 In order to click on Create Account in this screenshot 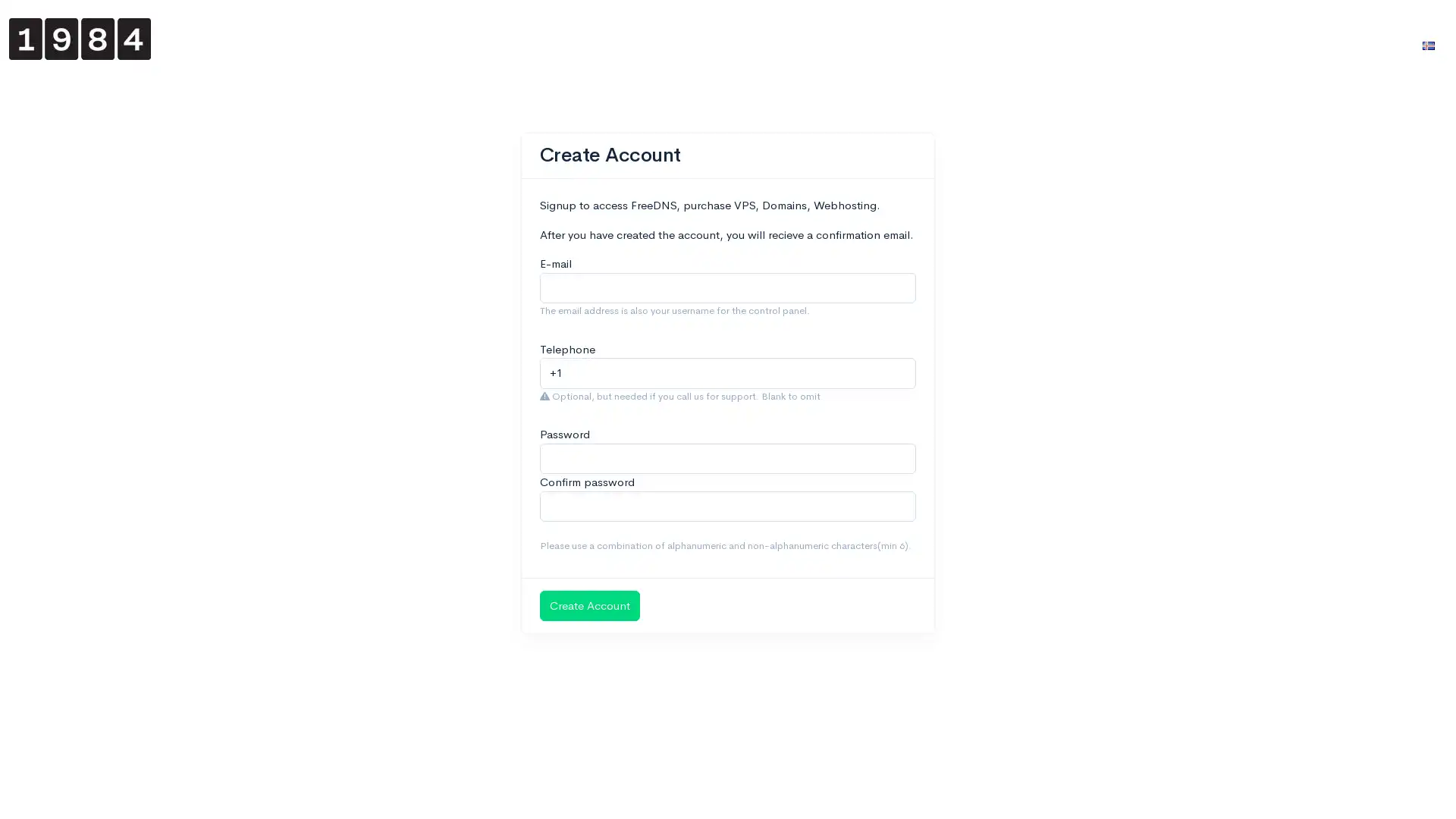, I will do `click(588, 604)`.